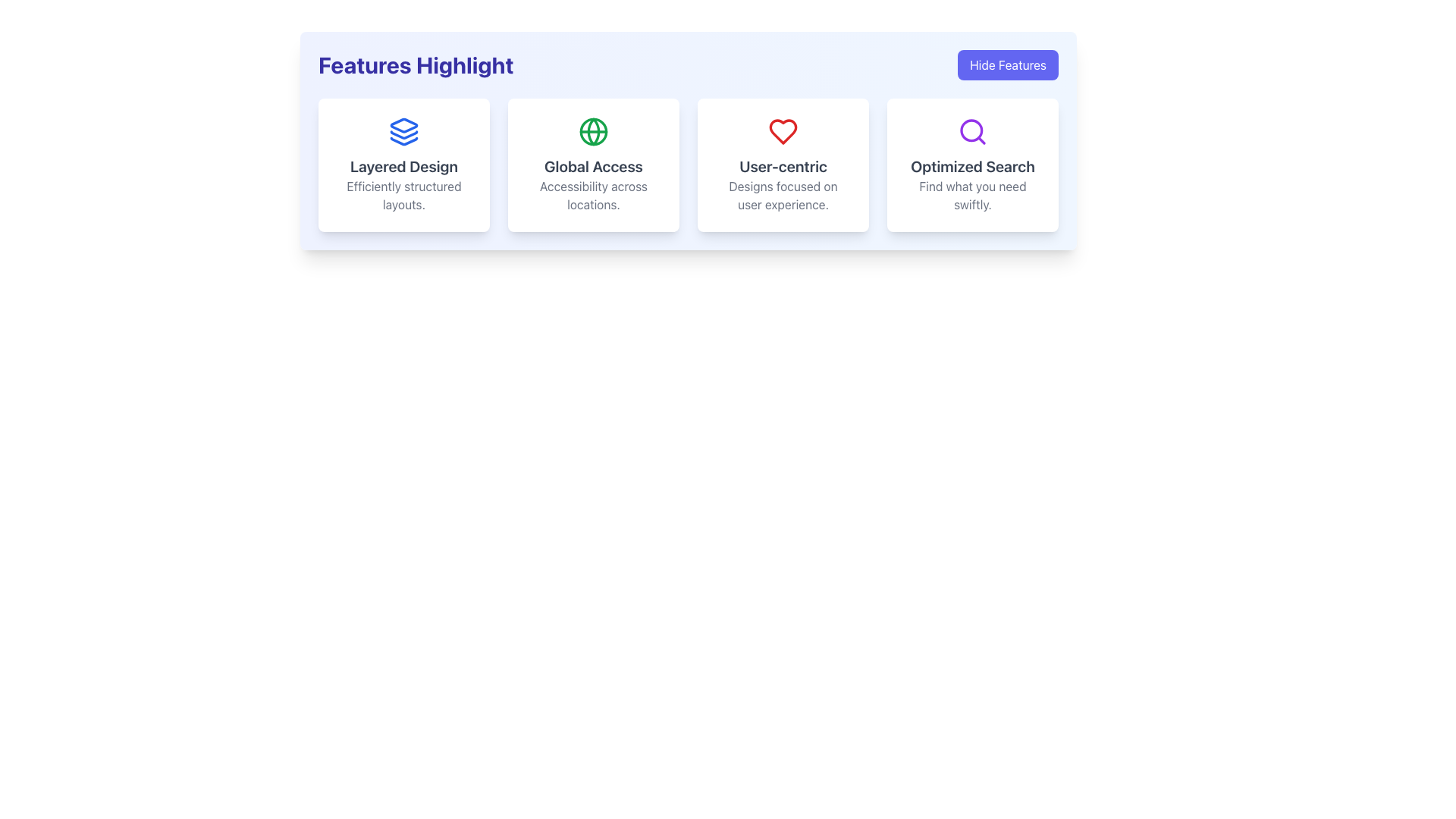 The width and height of the screenshot is (1456, 819). What do you see at coordinates (403, 195) in the screenshot?
I see `the text in the Text Display element located below the 'Layered Design' title by dragging the mouse cursor across it` at bounding box center [403, 195].